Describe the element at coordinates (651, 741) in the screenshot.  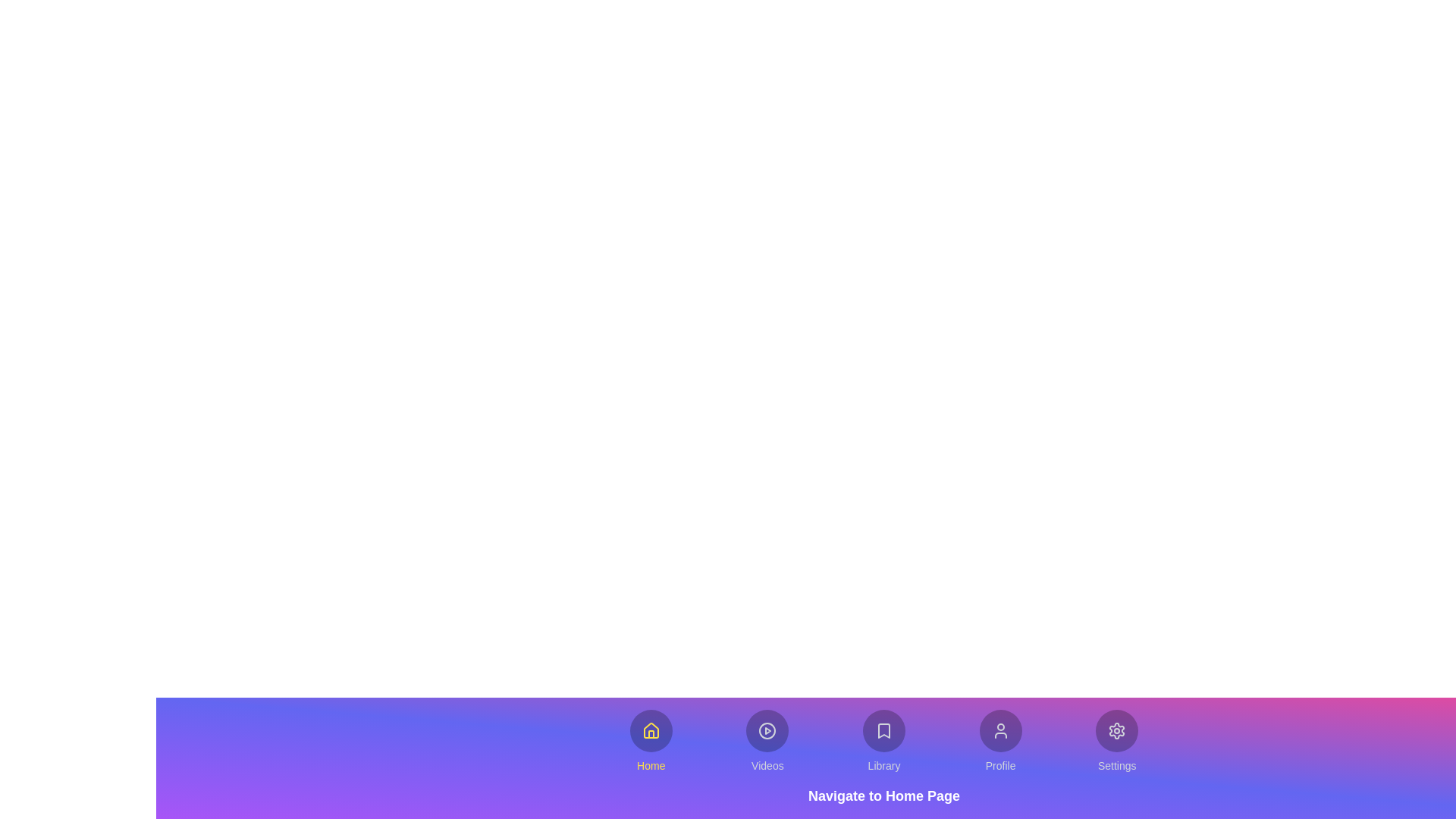
I see `the button labeled Home to explore its hover effects` at that location.